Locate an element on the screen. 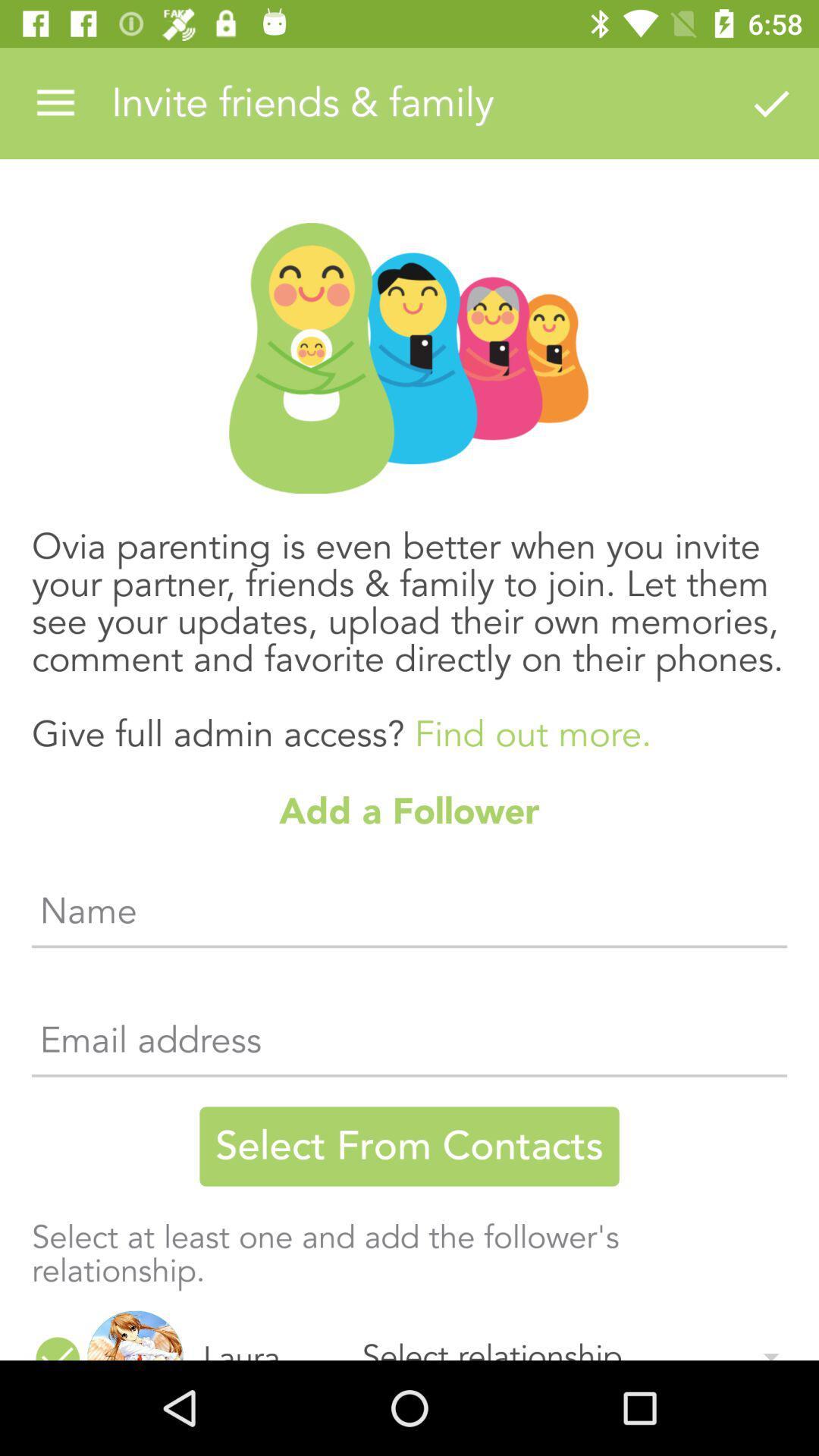  icon below select at least item is located at coordinates (57, 1347).